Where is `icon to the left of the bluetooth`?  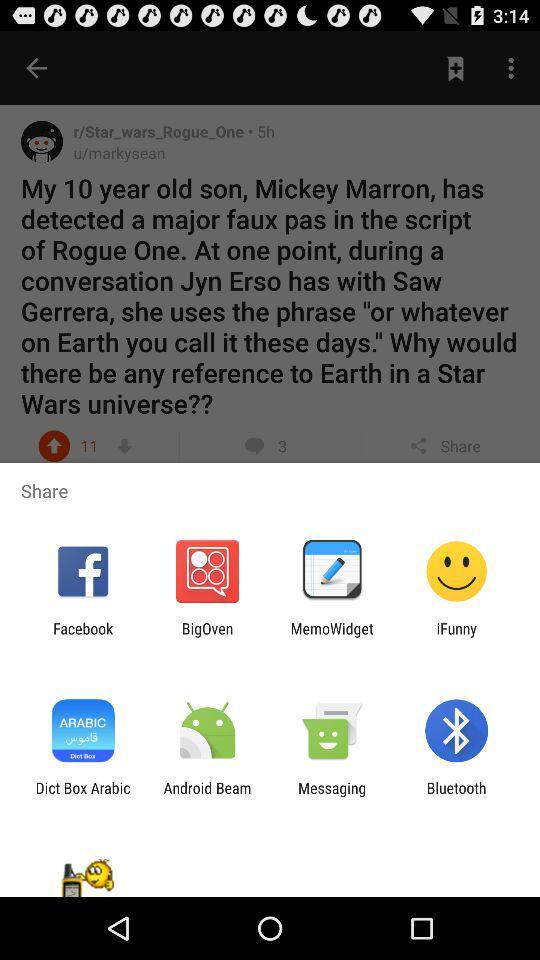
icon to the left of the bluetooth is located at coordinates (332, 796).